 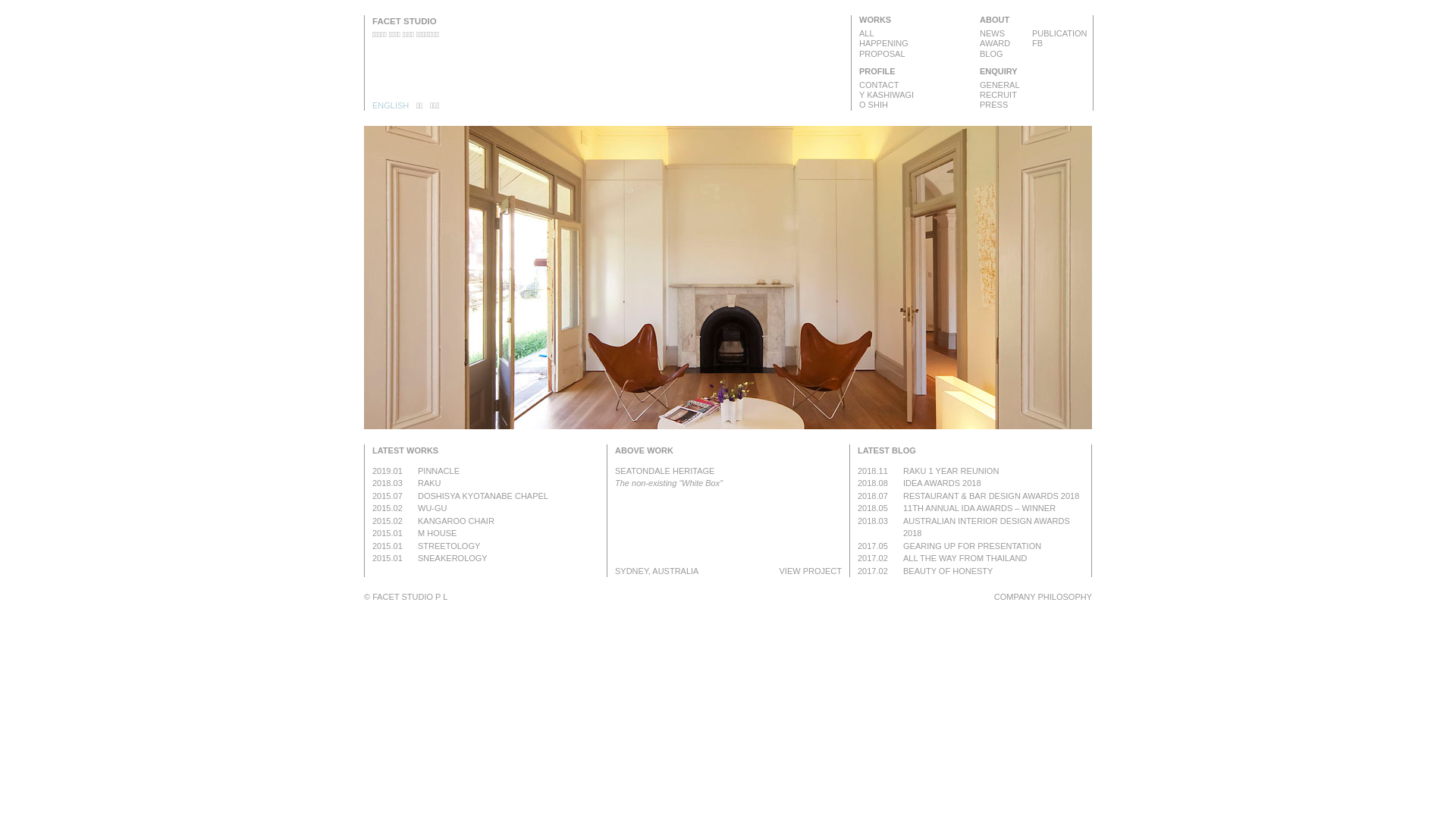 I want to click on 'FB', so click(x=1059, y=42).